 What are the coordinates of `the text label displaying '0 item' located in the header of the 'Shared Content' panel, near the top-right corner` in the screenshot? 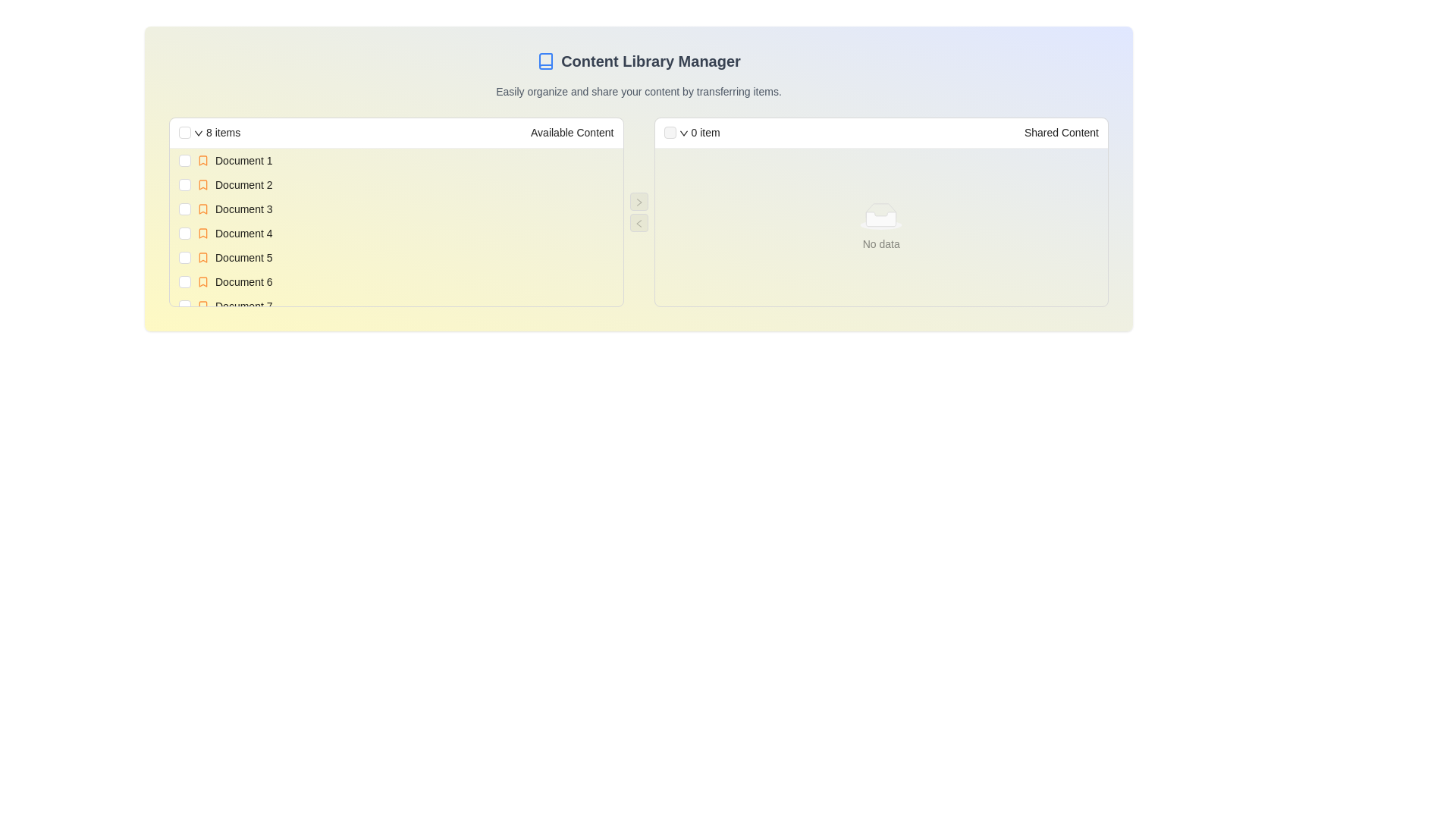 It's located at (704, 131).